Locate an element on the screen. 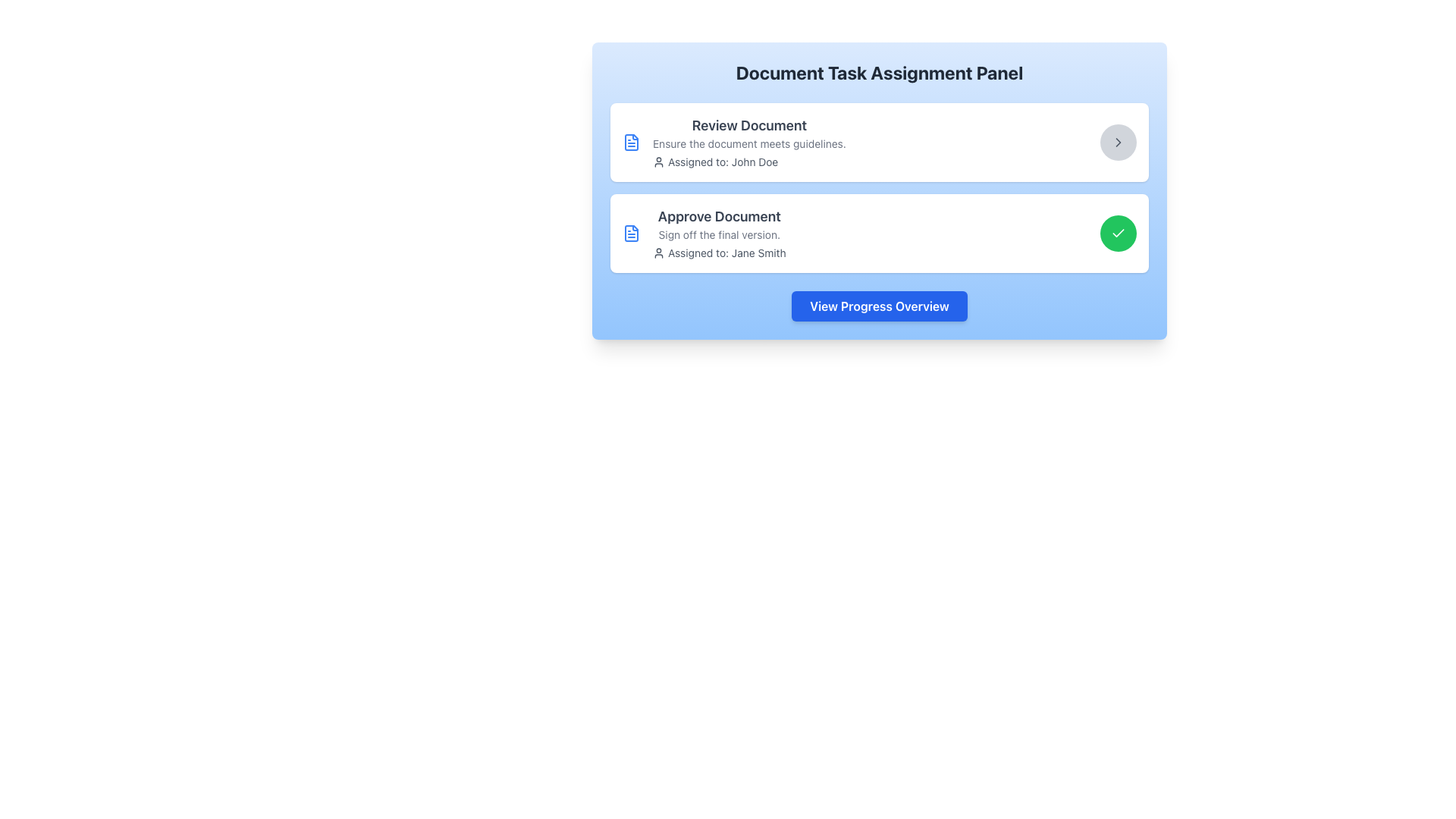 This screenshot has height=819, width=1456. the circular green button with a white checkmark to approve the task, located adjacent to the 'Approve Document' text in the bottom card of the layout panel is located at coordinates (1118, 234).